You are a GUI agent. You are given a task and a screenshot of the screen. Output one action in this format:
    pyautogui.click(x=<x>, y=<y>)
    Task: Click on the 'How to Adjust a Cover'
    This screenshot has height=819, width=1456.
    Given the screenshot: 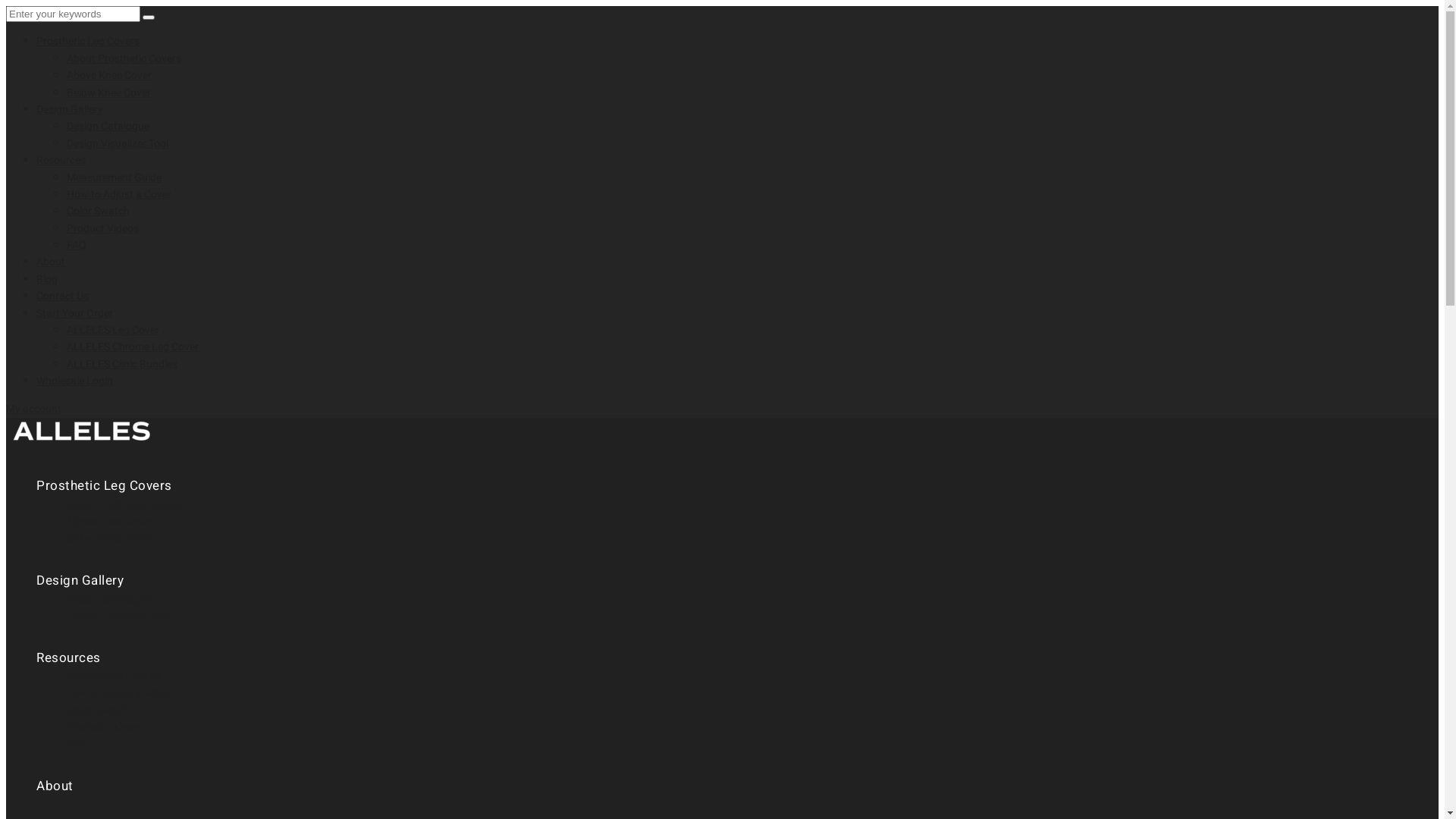 What is the action you would take?
    pyautogui.click(x=118, y=193)
    